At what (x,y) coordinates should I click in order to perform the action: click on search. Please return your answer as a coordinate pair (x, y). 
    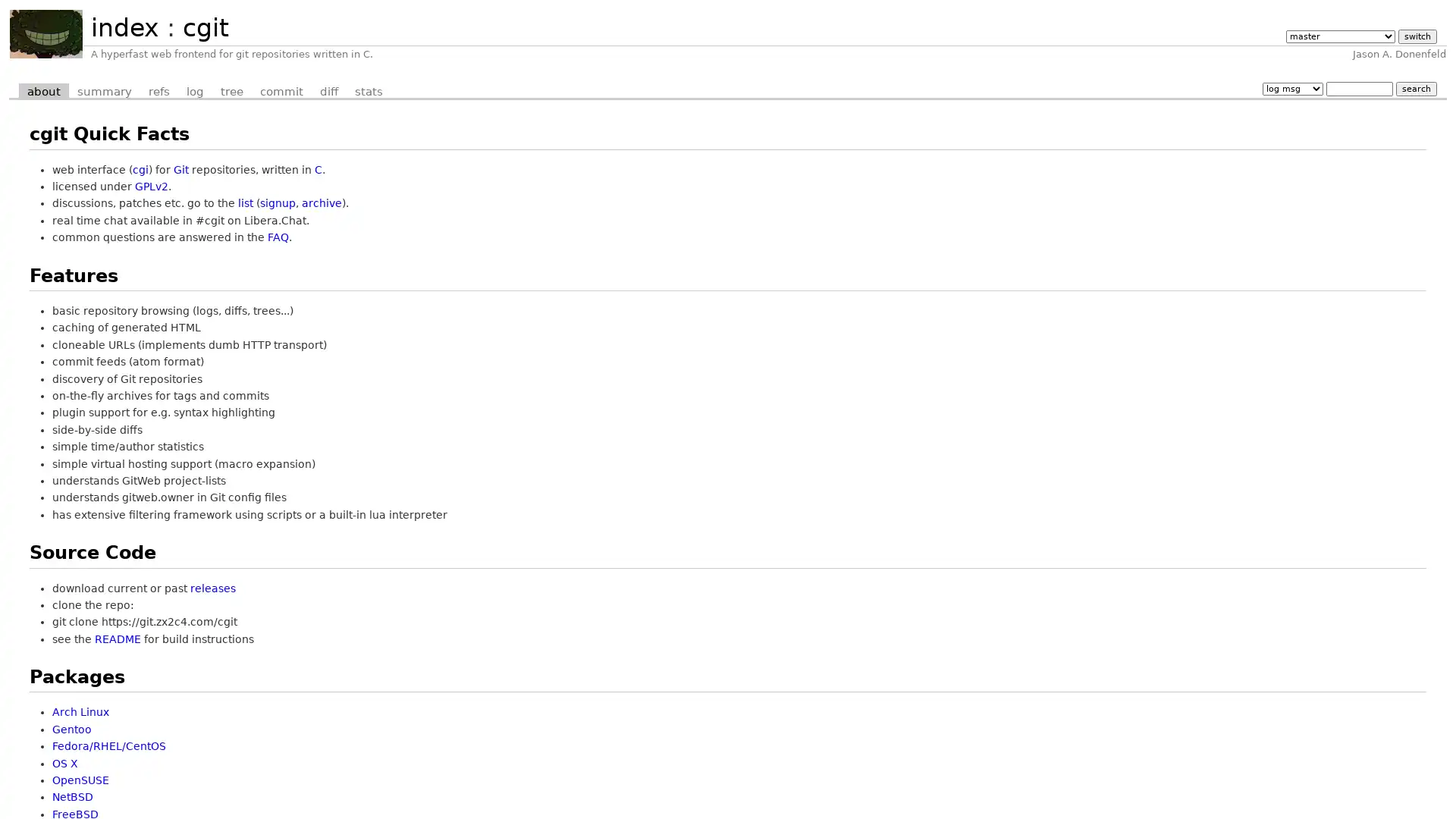
    Looking at the image, I should click on (1415, 88).